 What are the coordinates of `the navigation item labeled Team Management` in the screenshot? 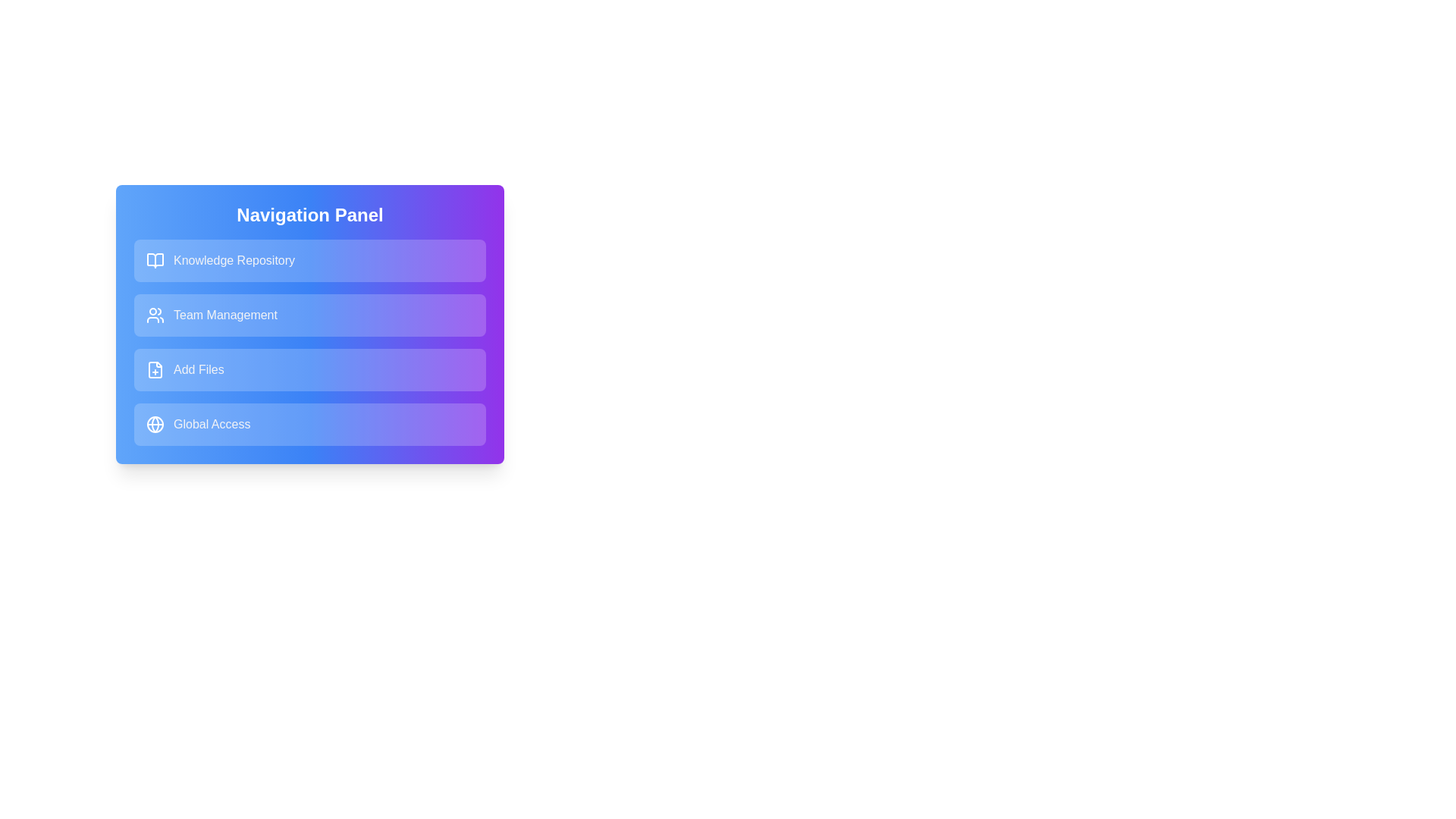 It's located at (309, 315).